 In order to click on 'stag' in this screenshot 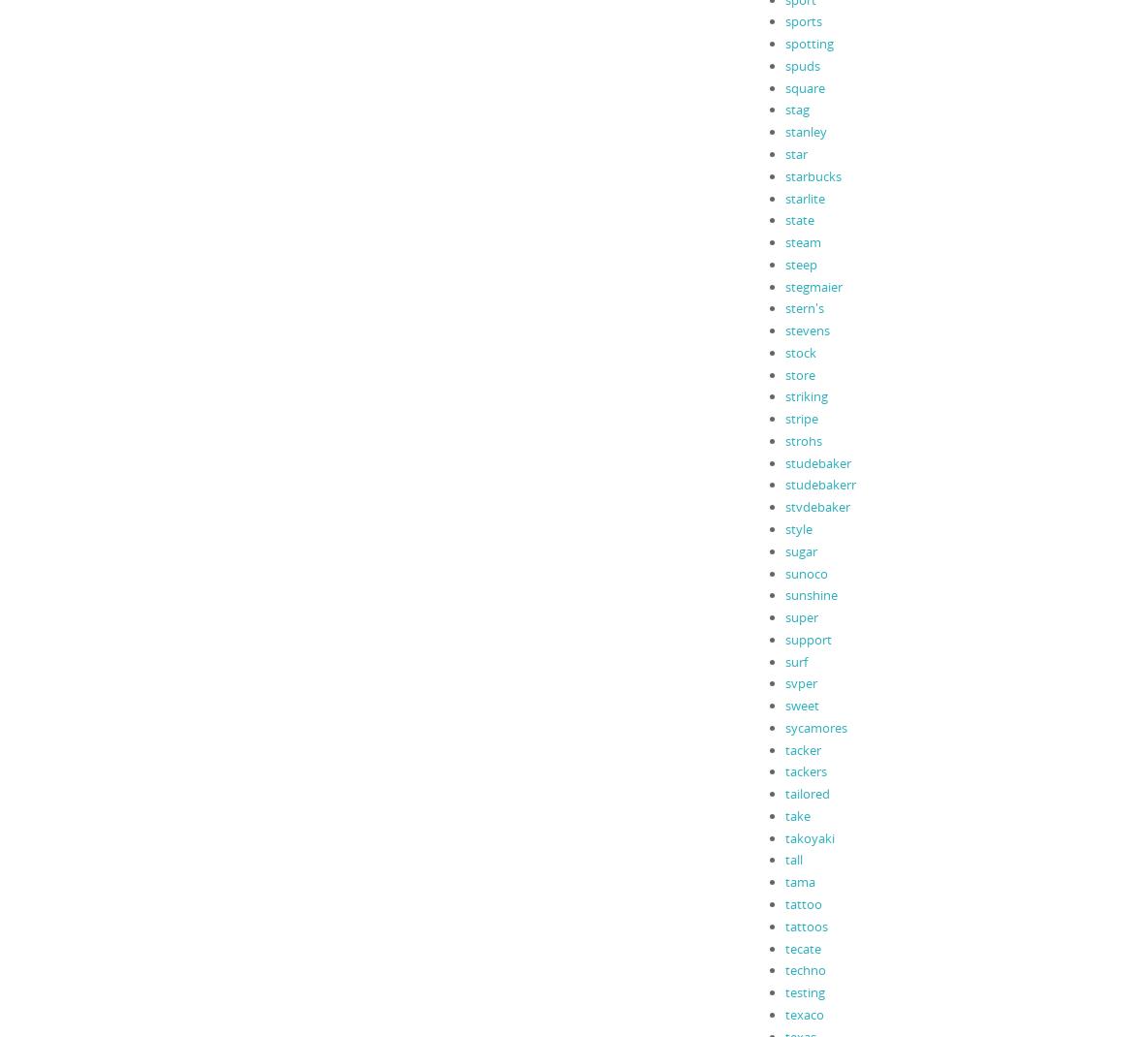, I will do `click(796, 109)`.